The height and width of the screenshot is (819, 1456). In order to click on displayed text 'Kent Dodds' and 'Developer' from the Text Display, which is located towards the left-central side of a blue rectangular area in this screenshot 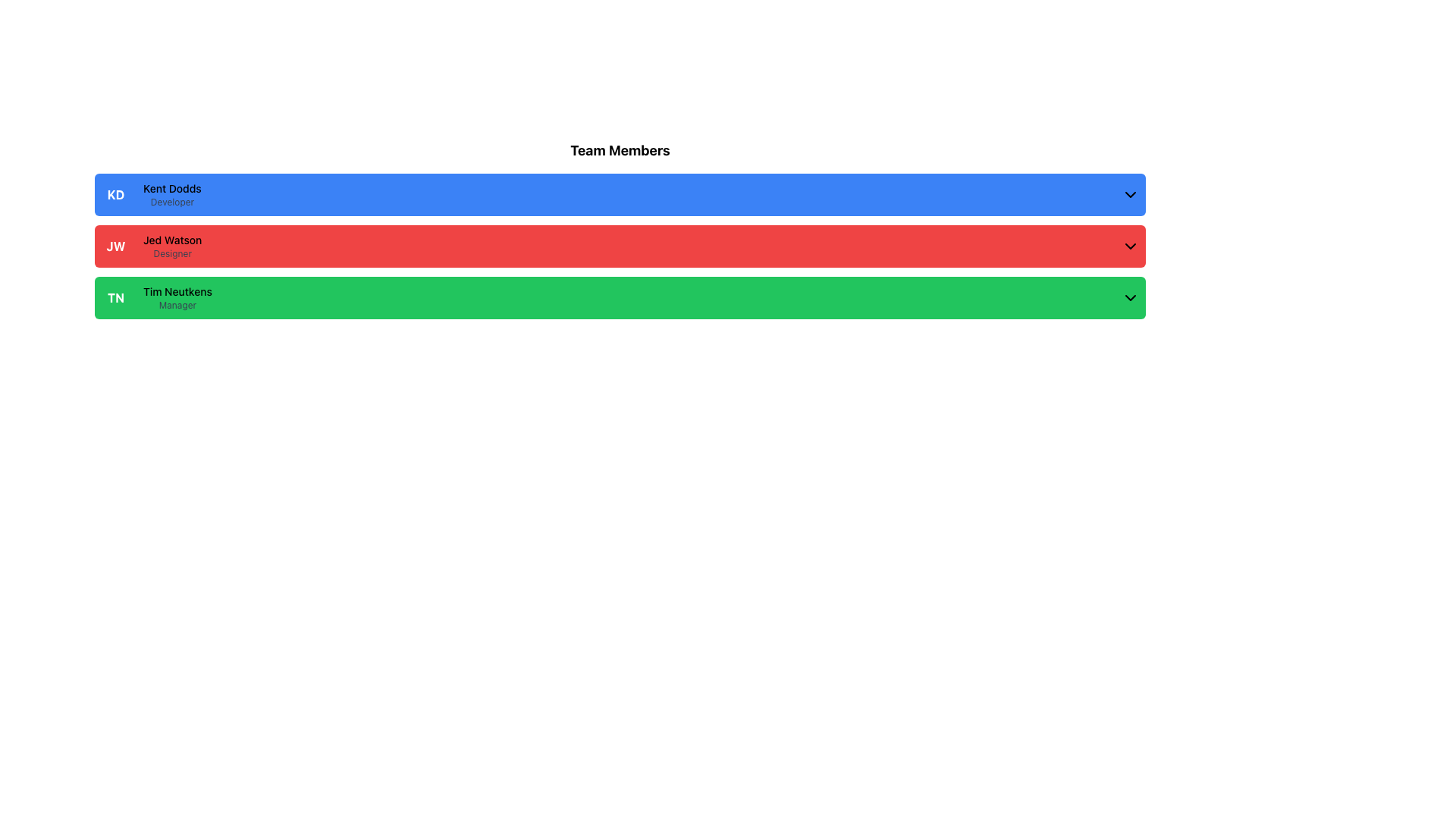, I will do `click(172, 194)`.